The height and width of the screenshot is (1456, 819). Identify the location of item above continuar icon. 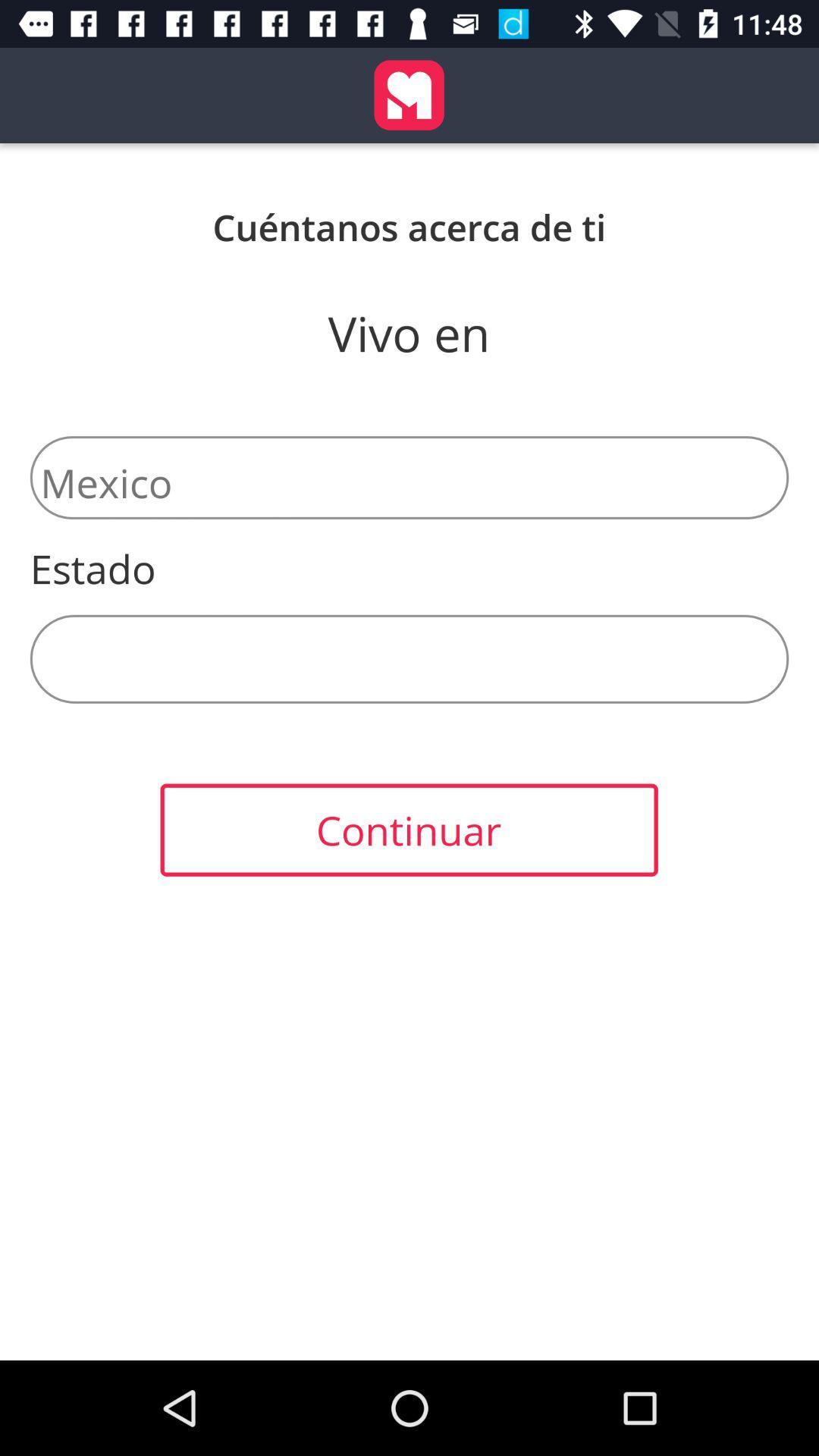
(409, 659).